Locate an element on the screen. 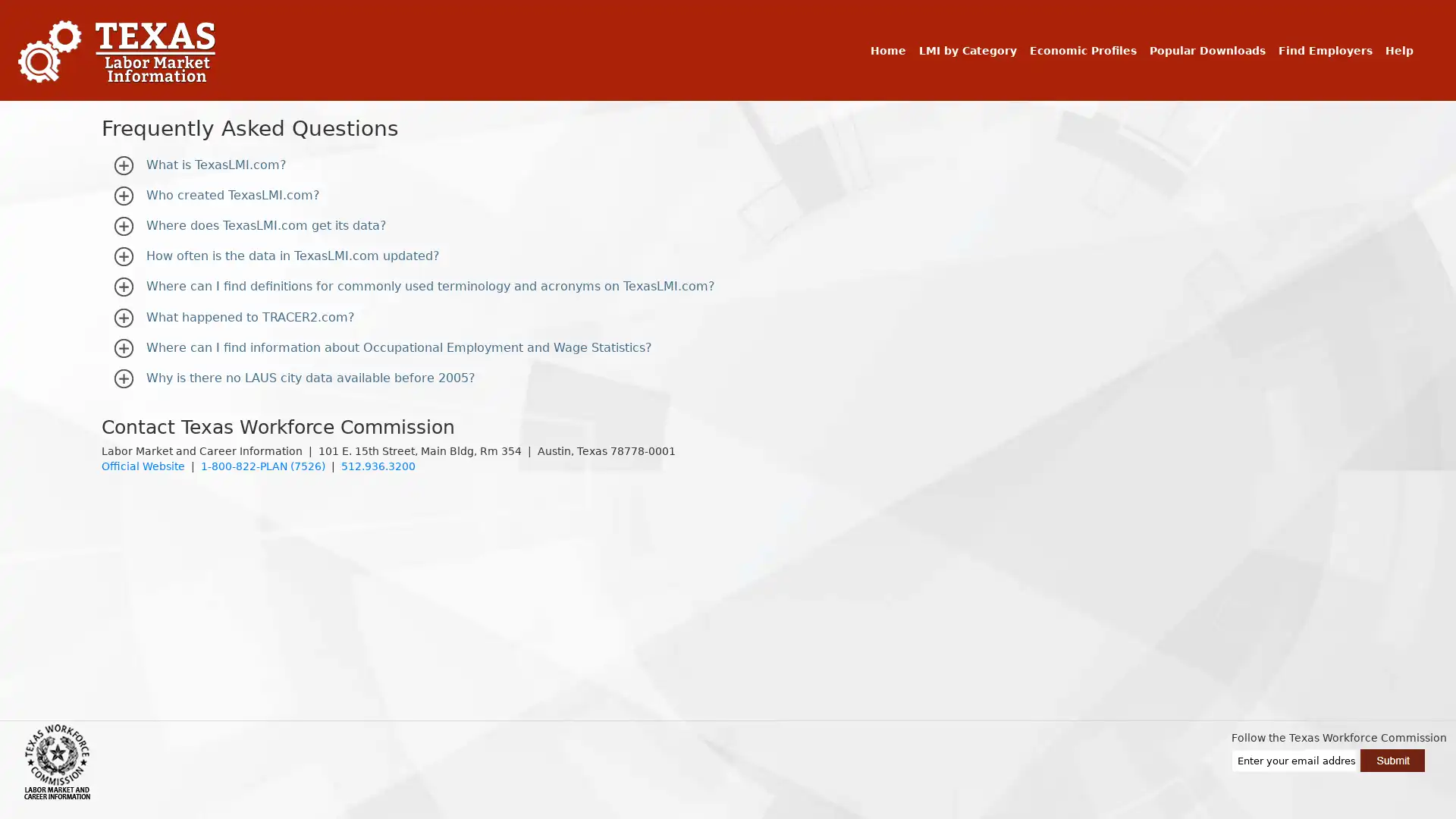 Image resolution: width=1456 pixels, height=819 pixels. What is TexasLMI.com? is located at coordinates (726, 164).